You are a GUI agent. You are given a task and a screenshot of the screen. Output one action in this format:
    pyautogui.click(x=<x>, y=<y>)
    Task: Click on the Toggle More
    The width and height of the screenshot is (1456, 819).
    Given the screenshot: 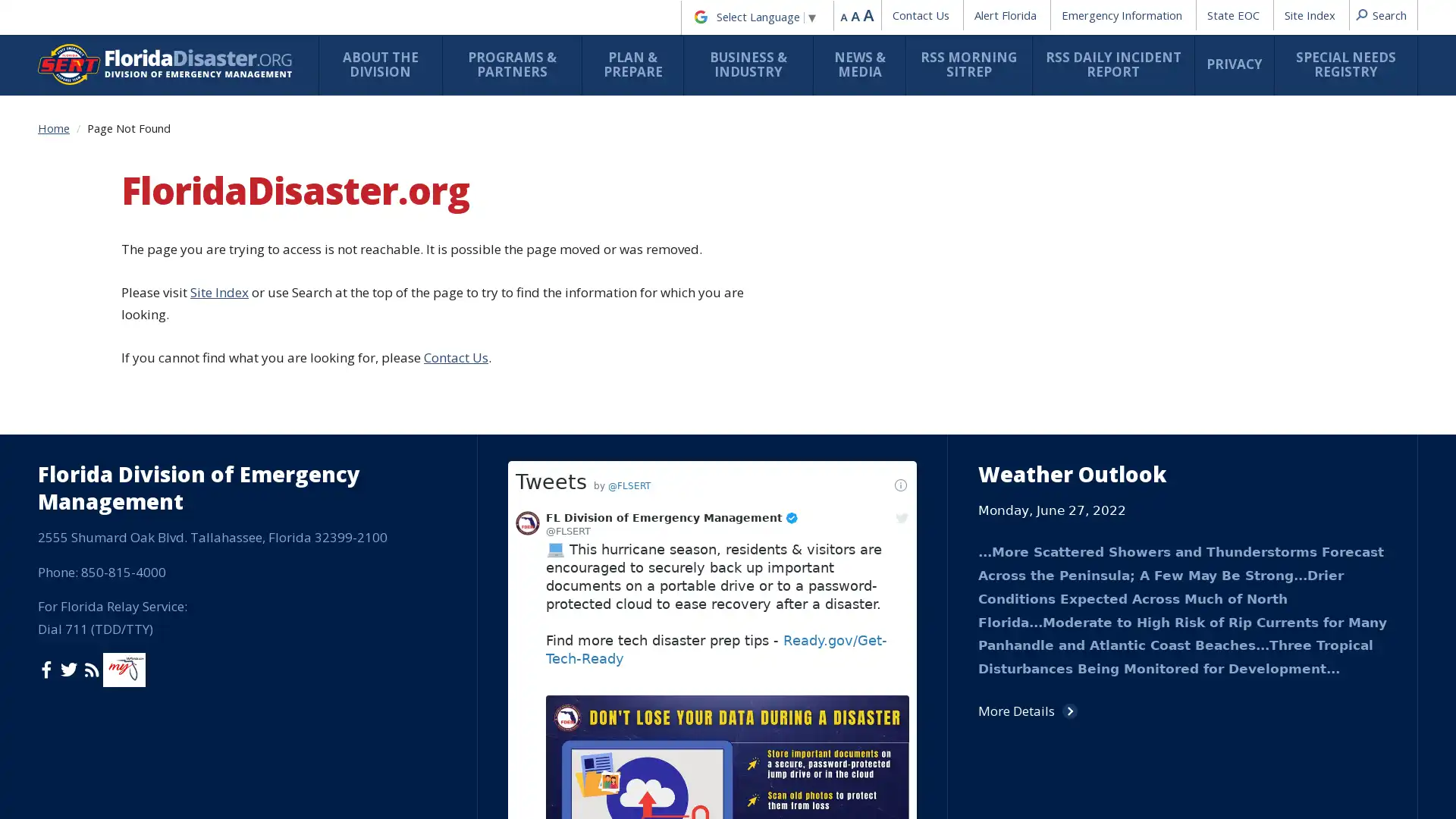 What is the action you would take?
    pyautogui.click(x=607, y=390)
    